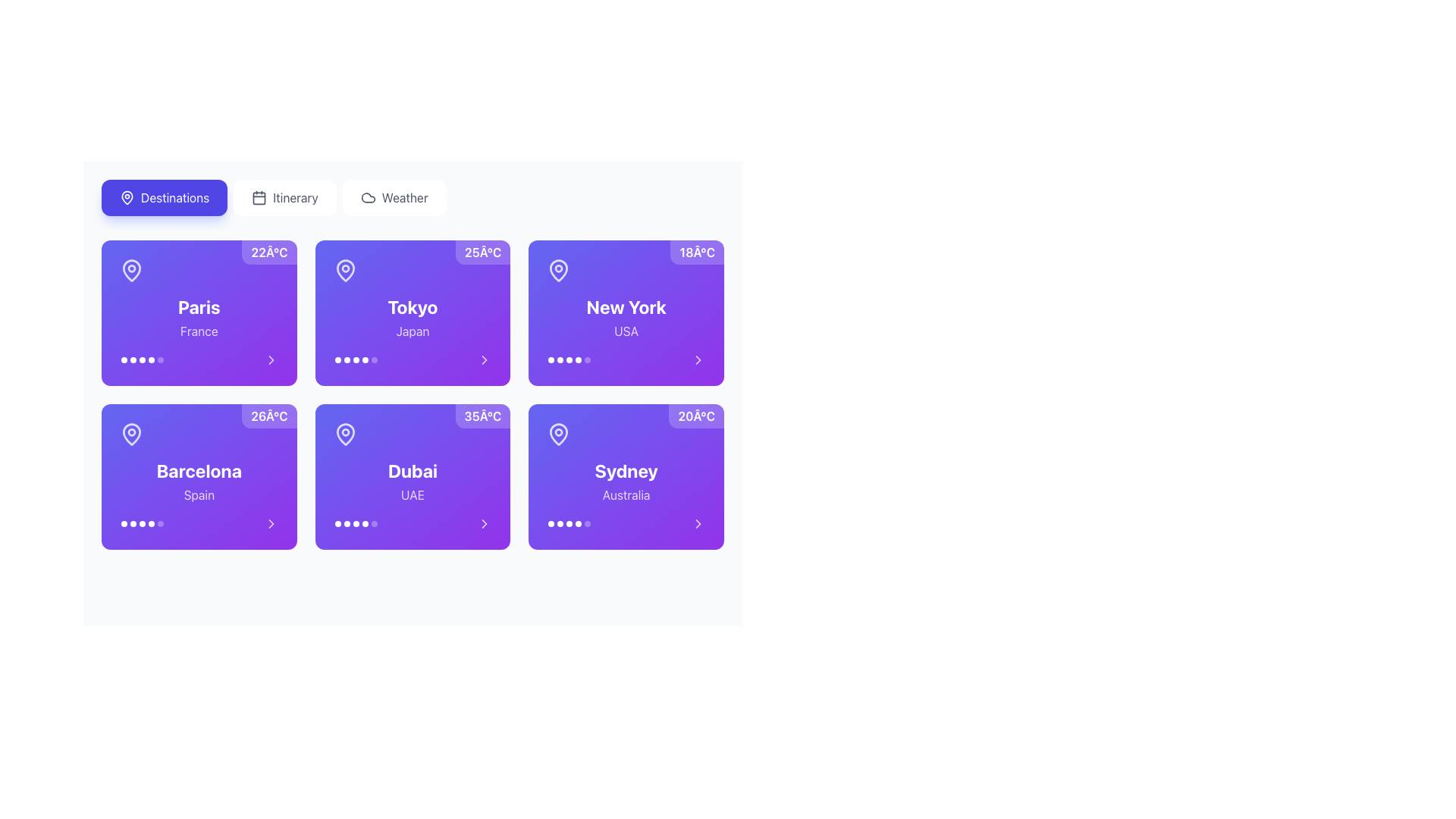  What do you see at coordinates (259, 197) in the screenshot?
I see `the calendar icon located to the left of the 'Itinerary' button in the navigation bar at the top of the interface to invoke the button's functionality` at bounding box center [259, 197].